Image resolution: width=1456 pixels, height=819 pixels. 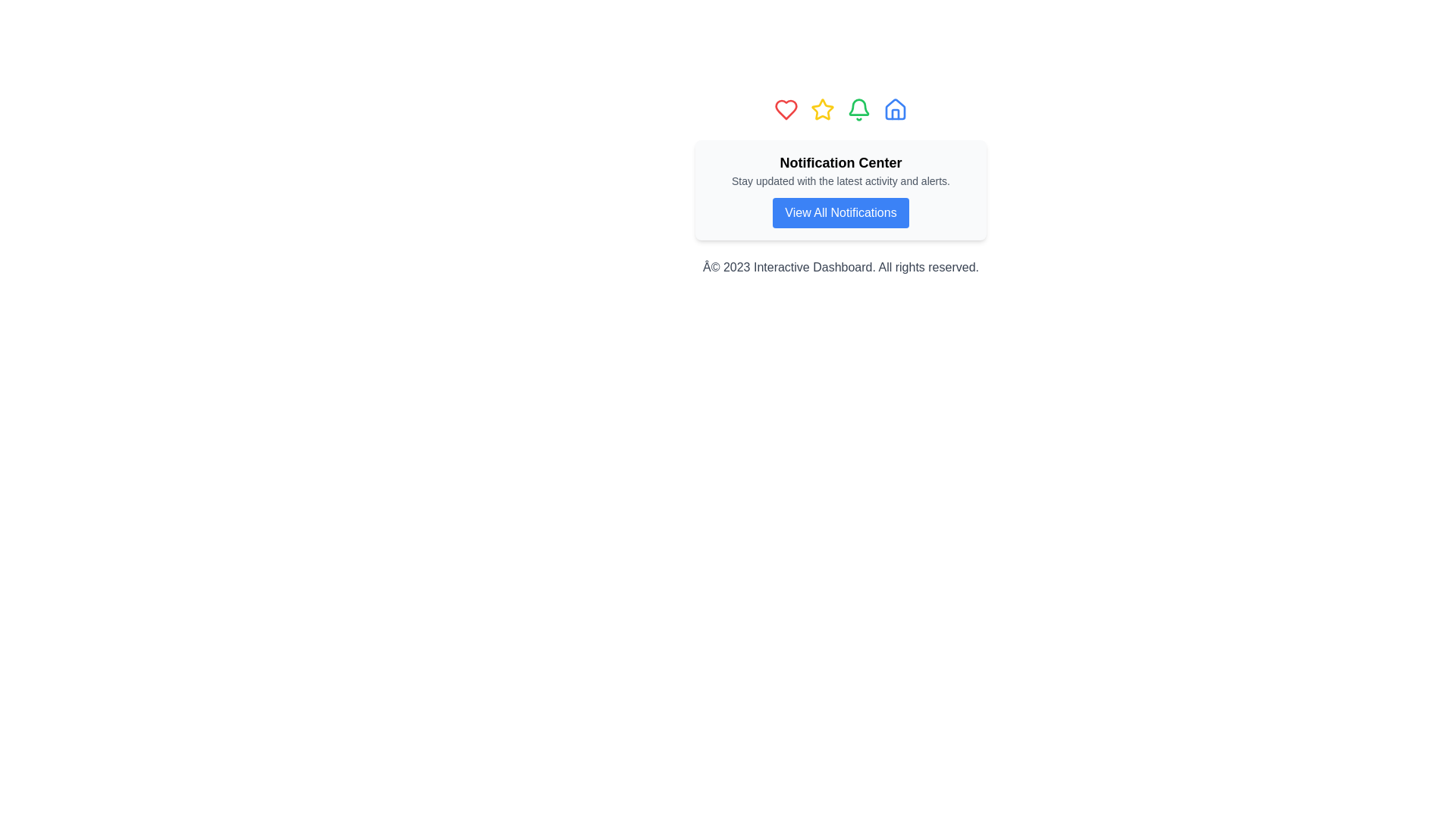 I want to click on the bell icon, which is the fourth item in a row of five icons, so click(x=858, y=109).